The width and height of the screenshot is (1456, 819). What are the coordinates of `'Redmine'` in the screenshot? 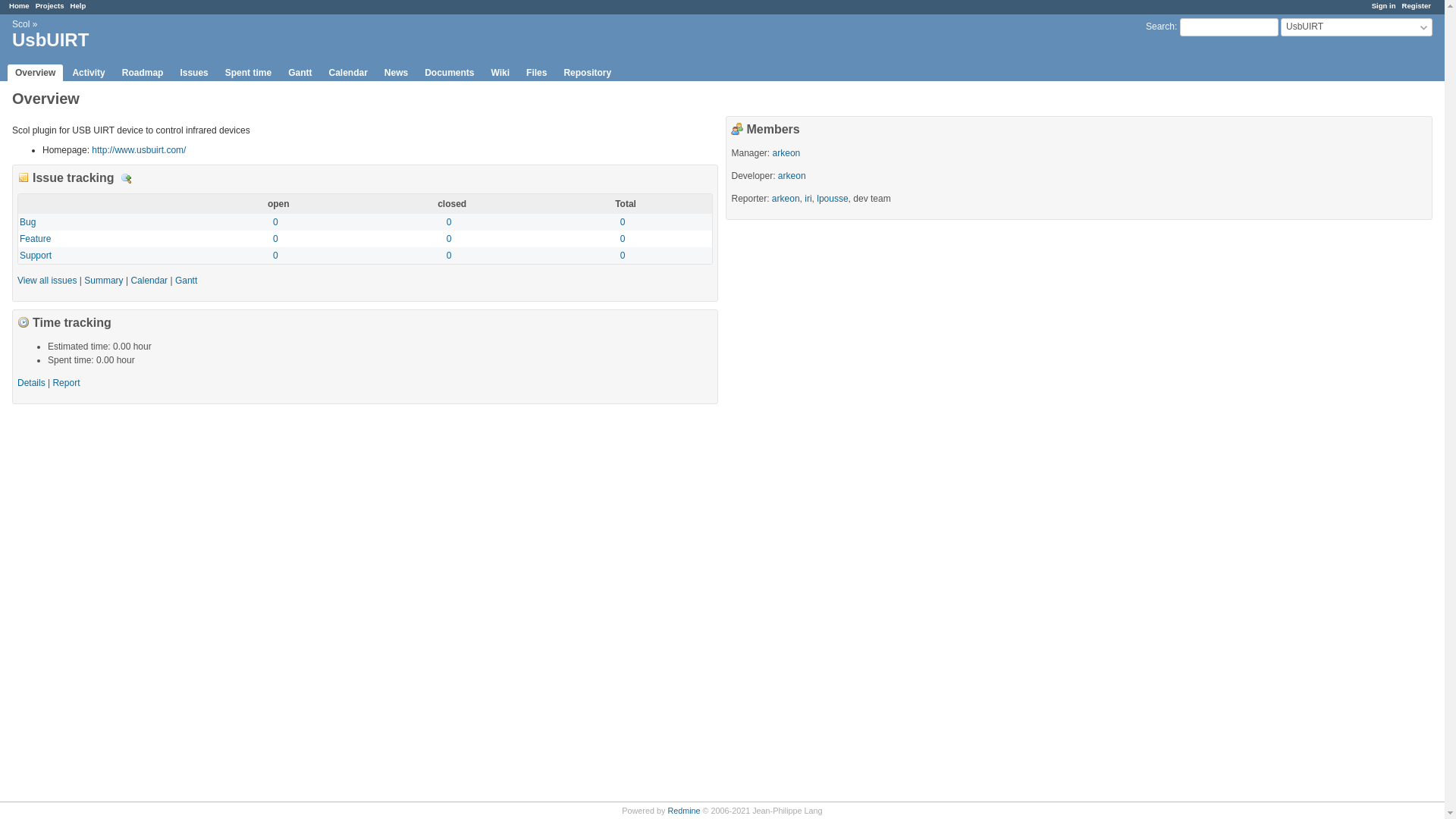 It's located at (667, 809).